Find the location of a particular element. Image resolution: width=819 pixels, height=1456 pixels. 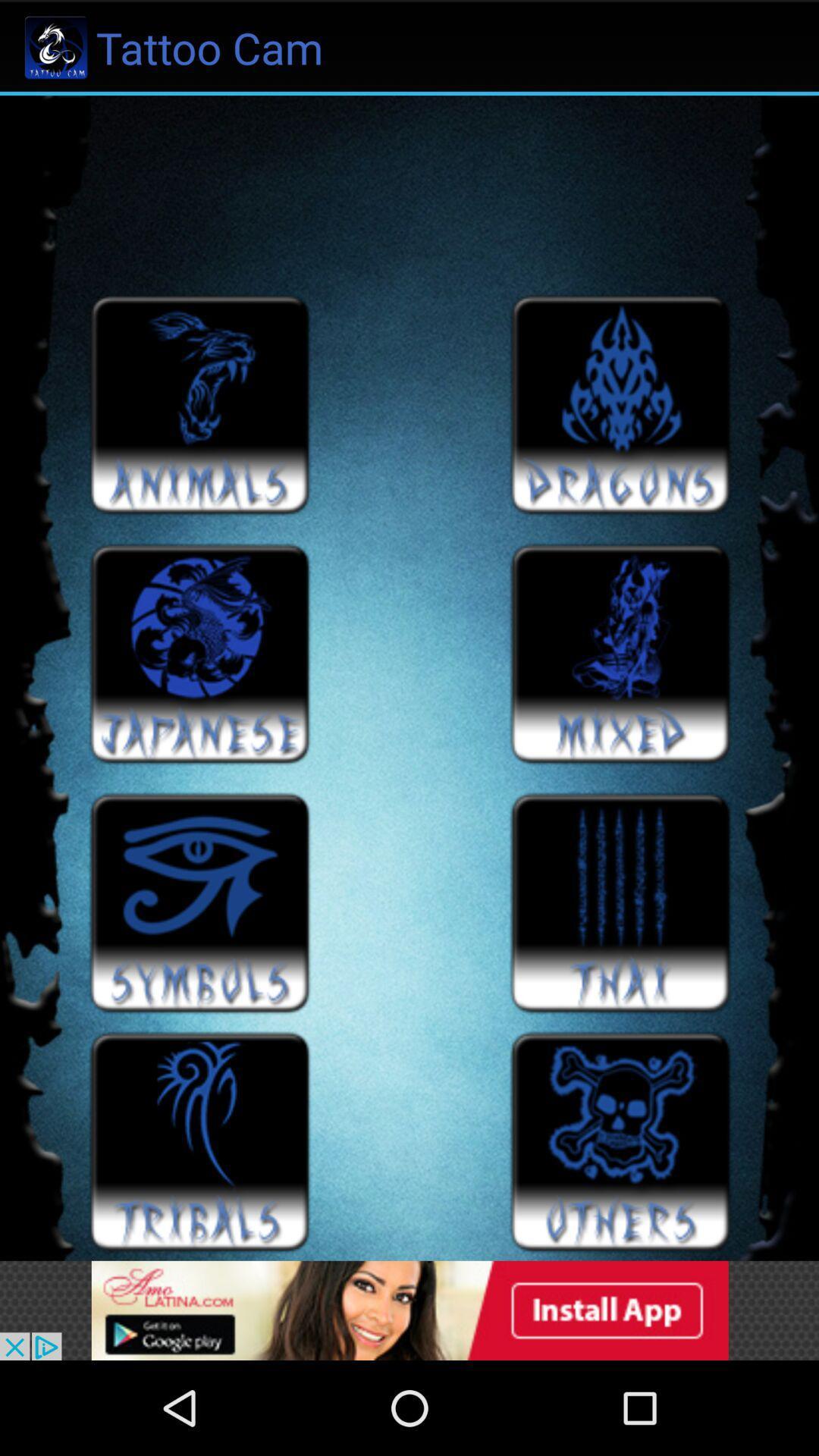

advertisement is located at coordinates (409, 1310).